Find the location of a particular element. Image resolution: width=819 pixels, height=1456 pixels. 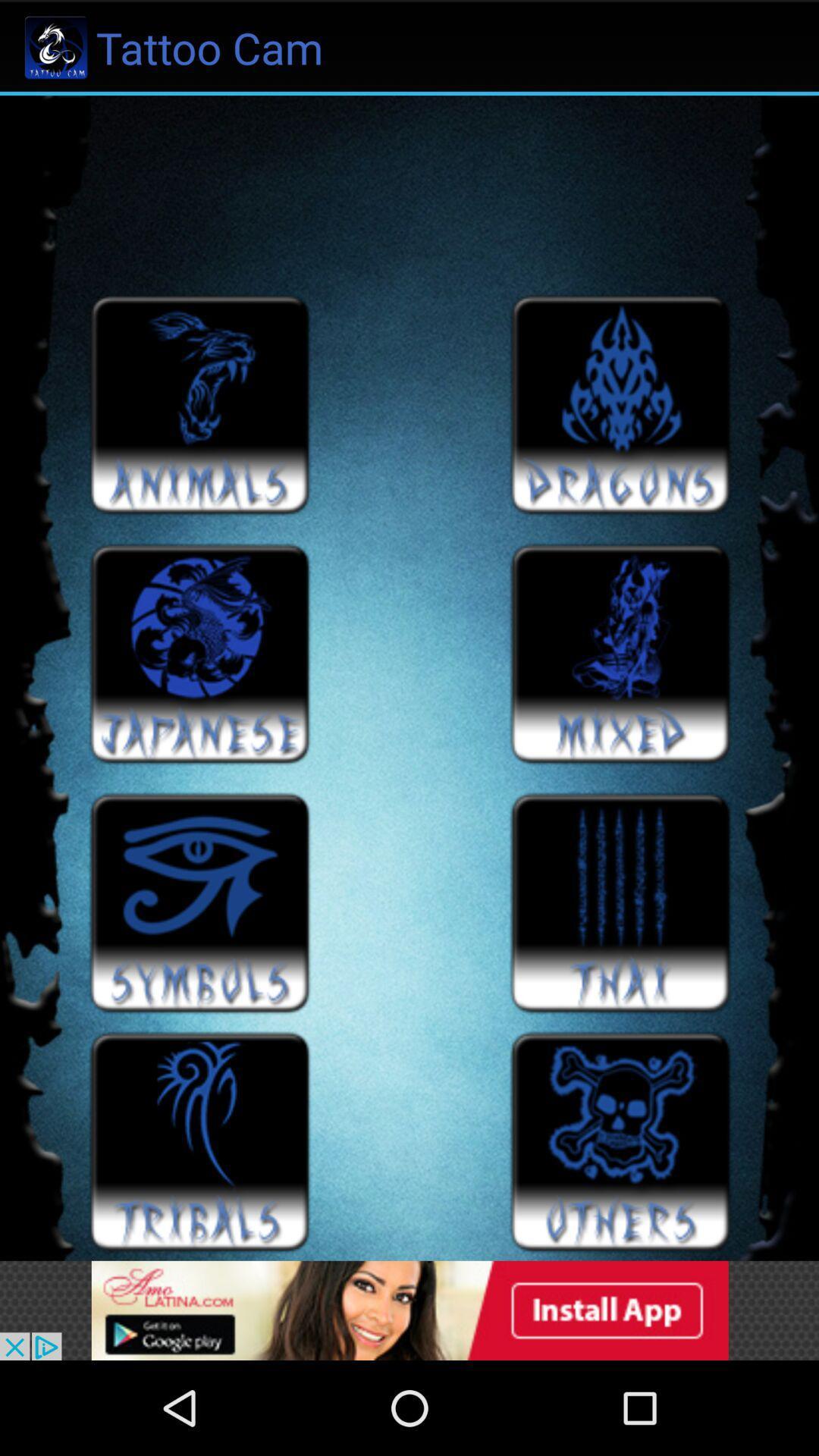

advertisement is located at coordinates (409, 1310).